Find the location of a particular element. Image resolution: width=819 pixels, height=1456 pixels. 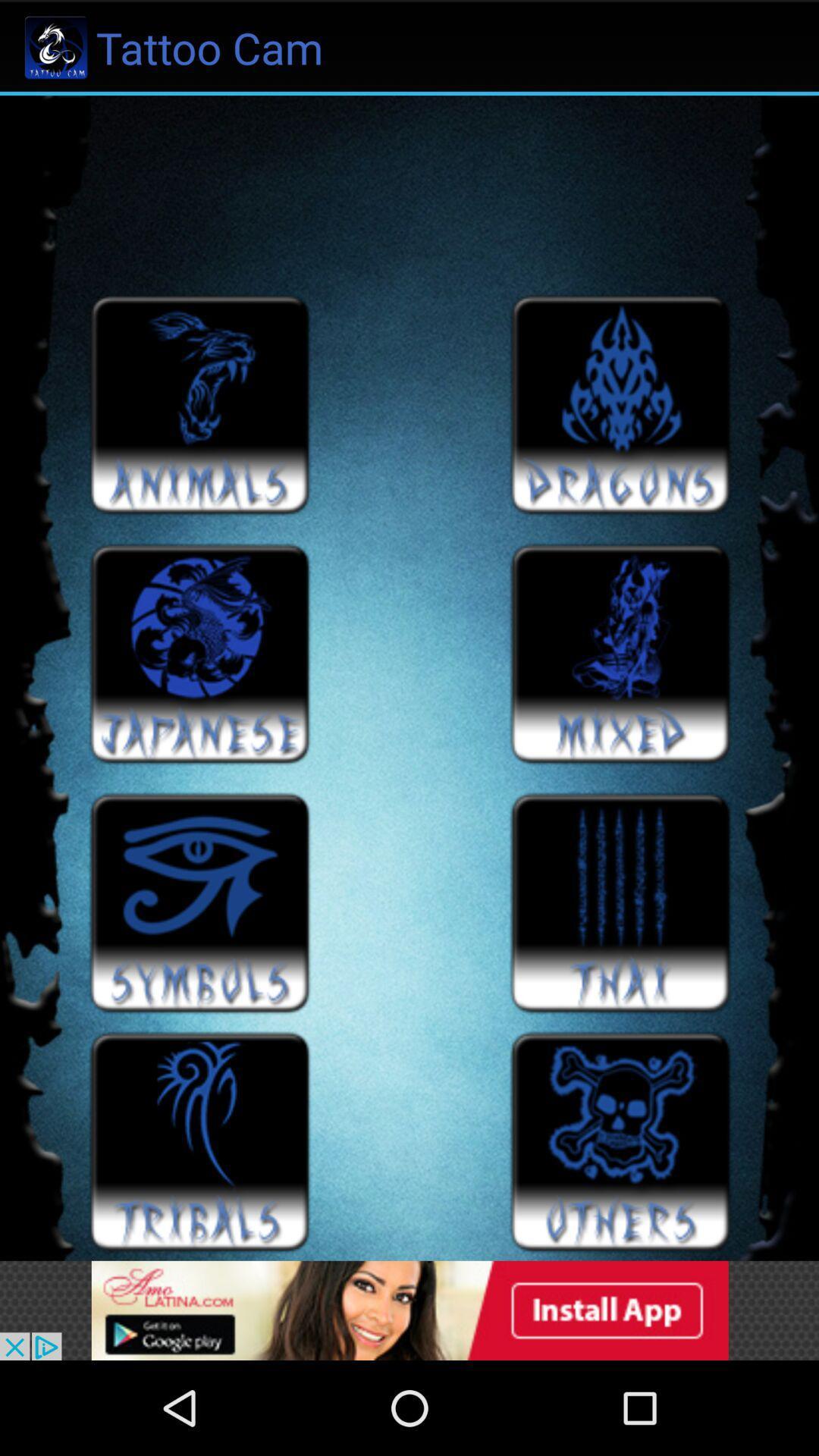

advertisement is located at coordinates (409, 1310).